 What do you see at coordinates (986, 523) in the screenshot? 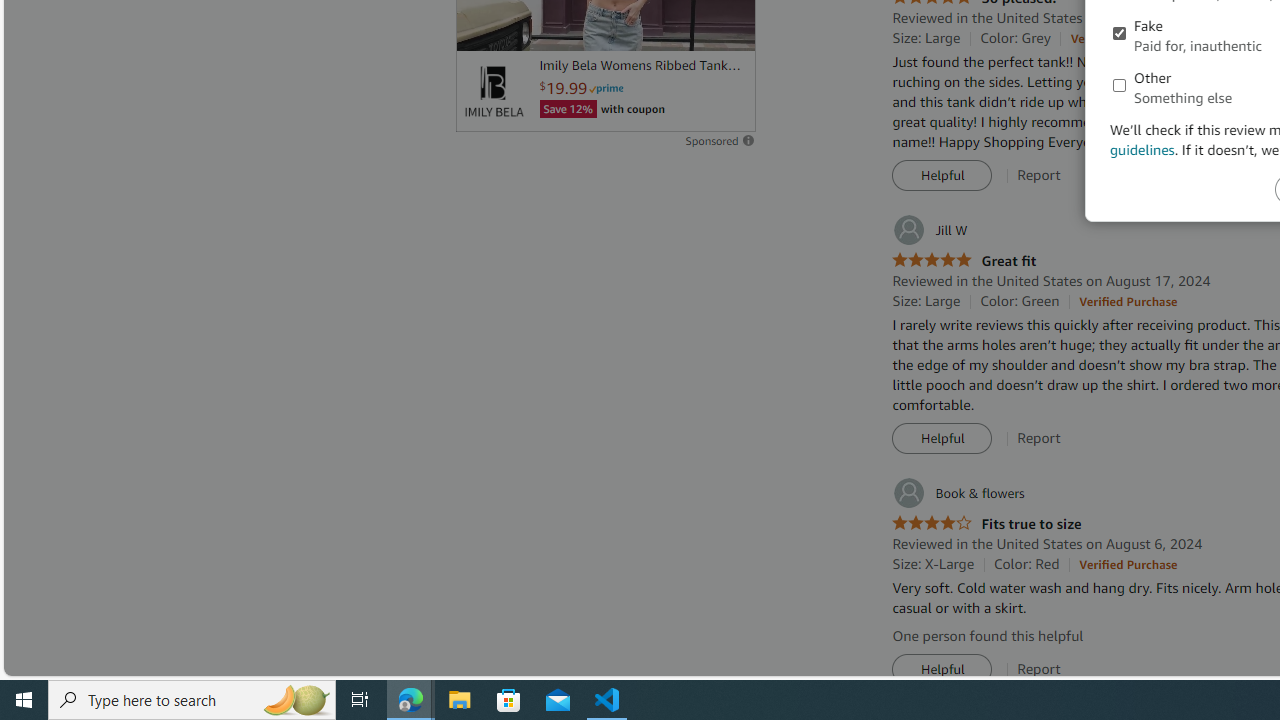
I see `'4.0 out of 5 stars Fits true to size'` at bounding box center [986, 523].